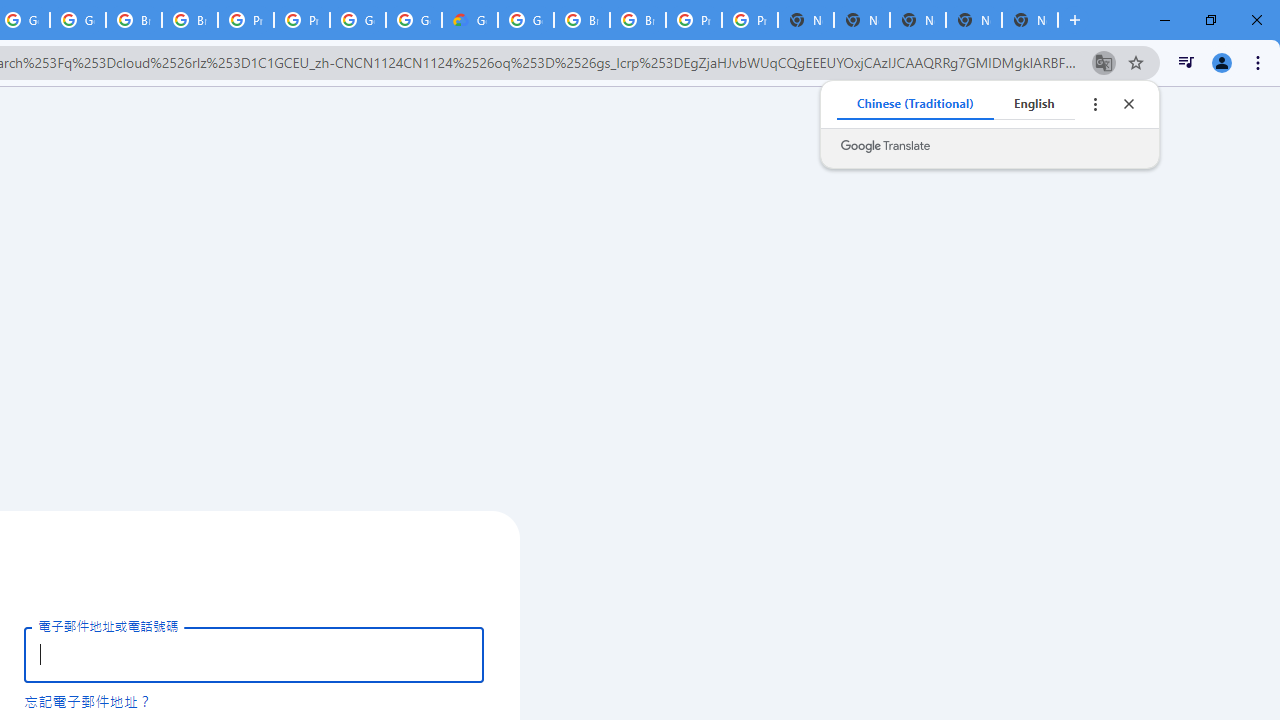 The image size is (1280, 720). I want to click on 'Translate options', so click(1094, 104).